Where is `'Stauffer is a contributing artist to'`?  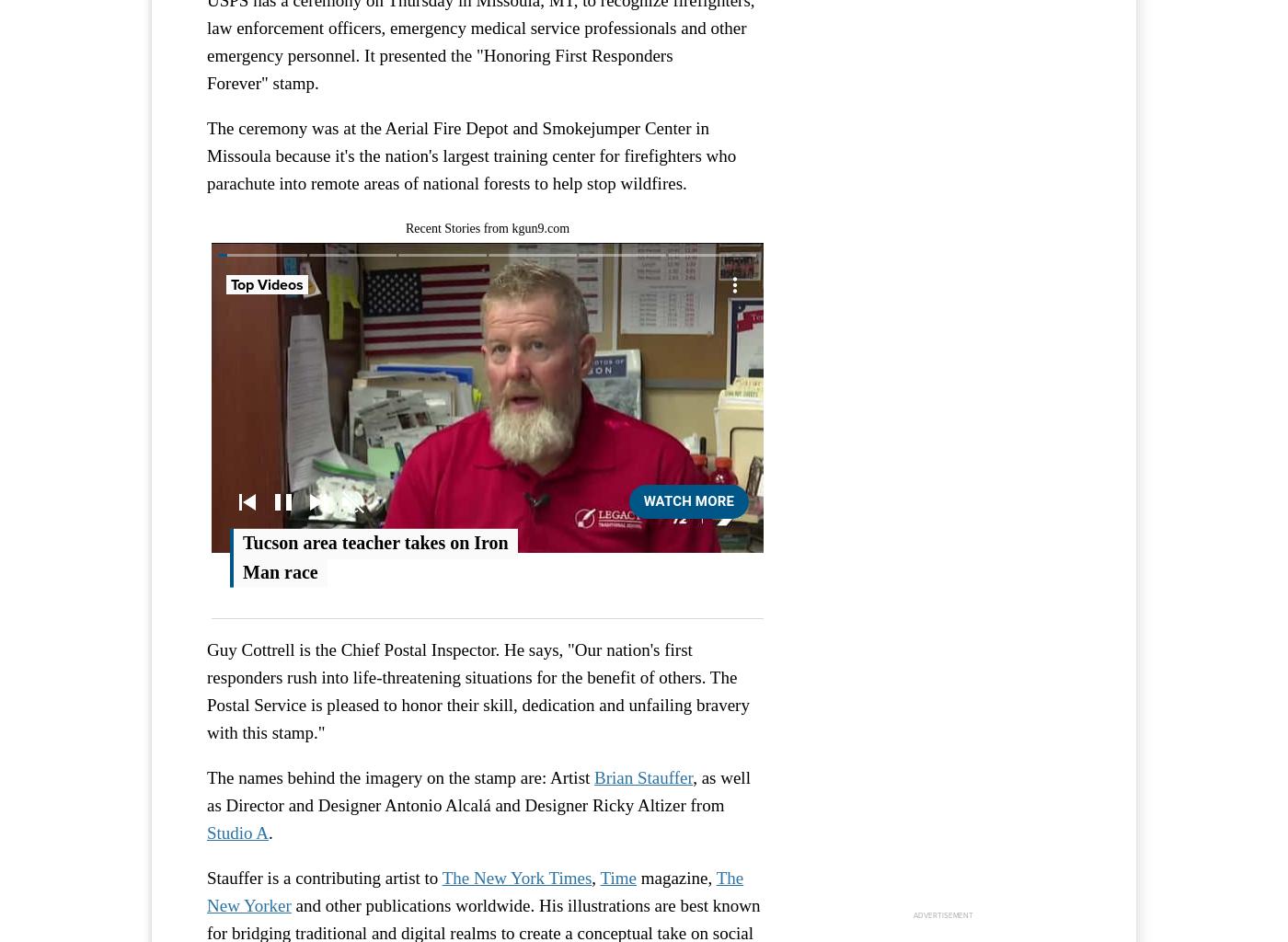
'Stauffer is a contributing artist to' is located at coordinates (206, 878).